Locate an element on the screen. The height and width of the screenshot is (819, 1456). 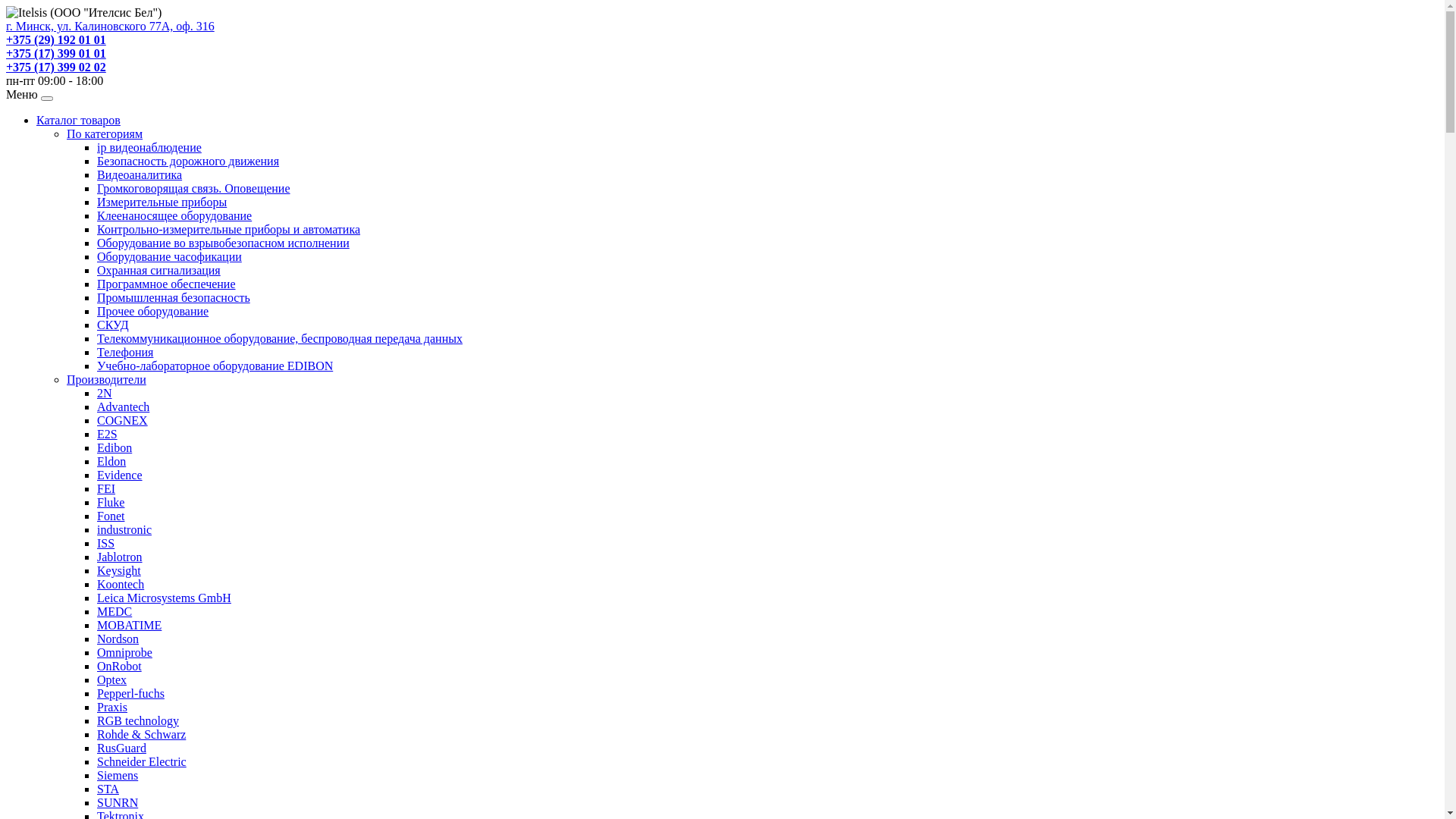
'+375 (17) 399 01 01' is located at coordinates (6, 52).